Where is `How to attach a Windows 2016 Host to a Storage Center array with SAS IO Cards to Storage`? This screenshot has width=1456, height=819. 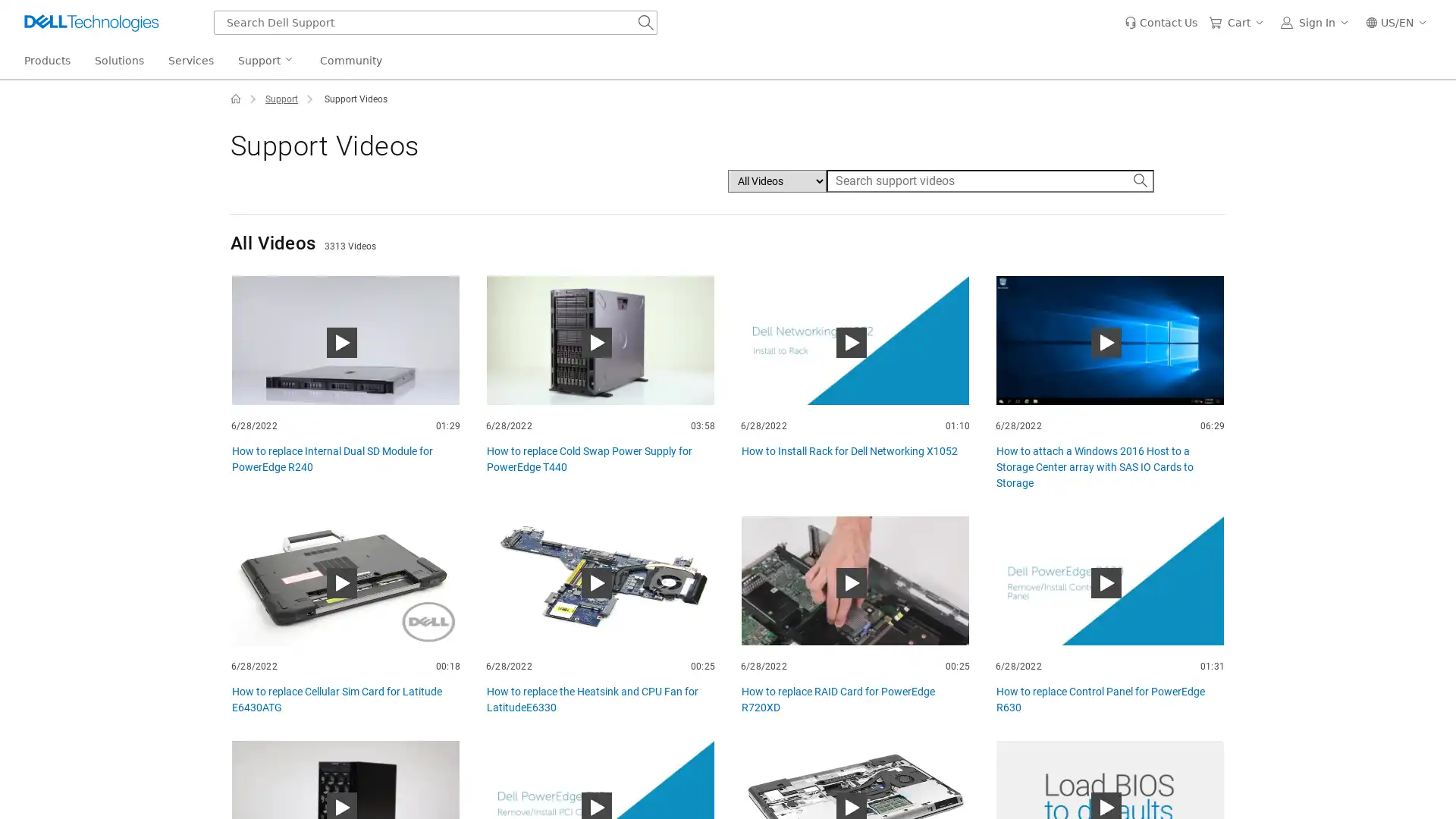
How to attach a Windows 2016 Host to a Storage Center array with SAS IO Cards to Storage is located at coordinates (1110, 466).